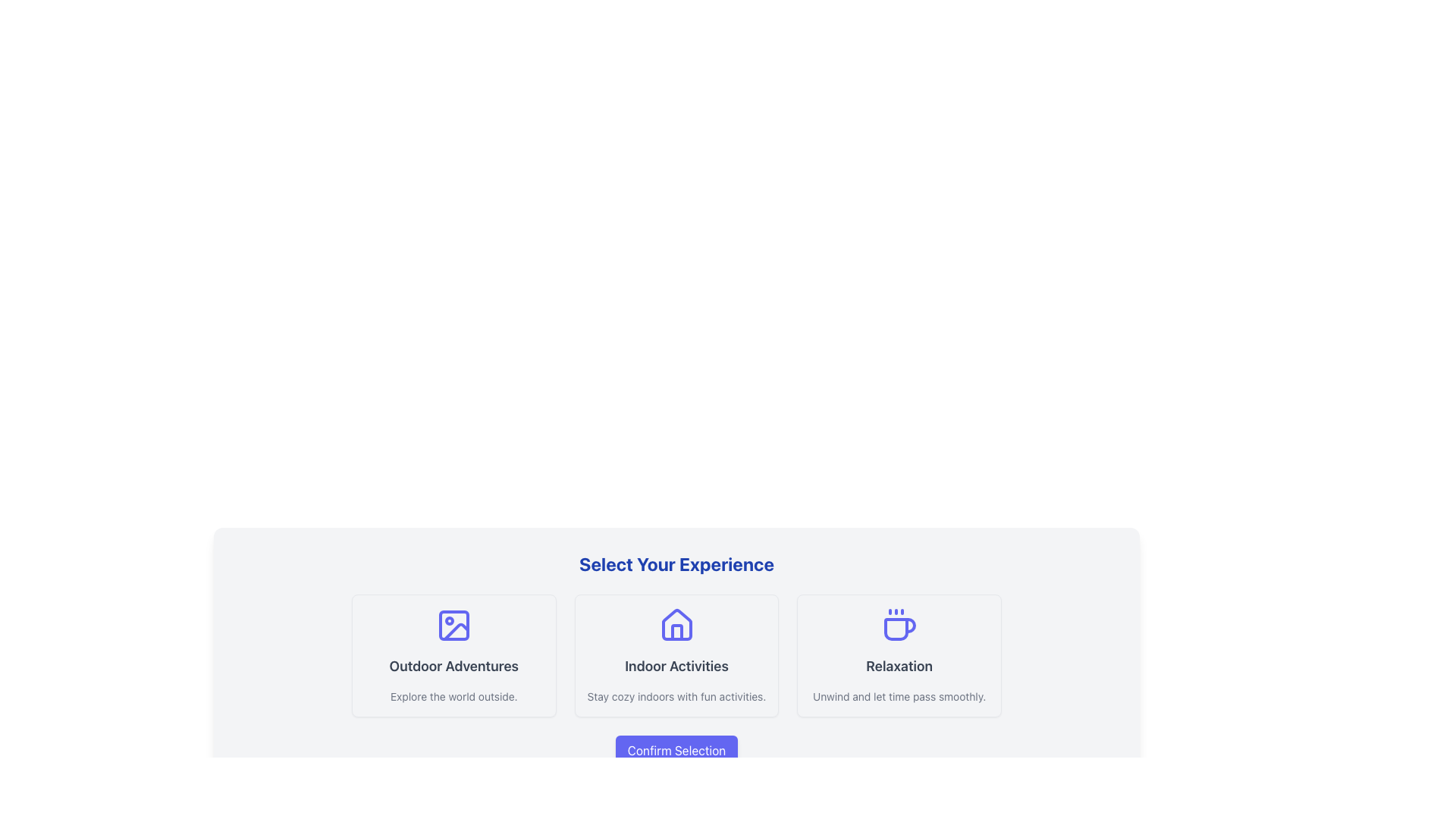 The width and height of the screenshot is (1456, 819). Describe the element at coordinates (899, 654) in the screenshot. I see `the rightmost card in a row of three cards` at that location.